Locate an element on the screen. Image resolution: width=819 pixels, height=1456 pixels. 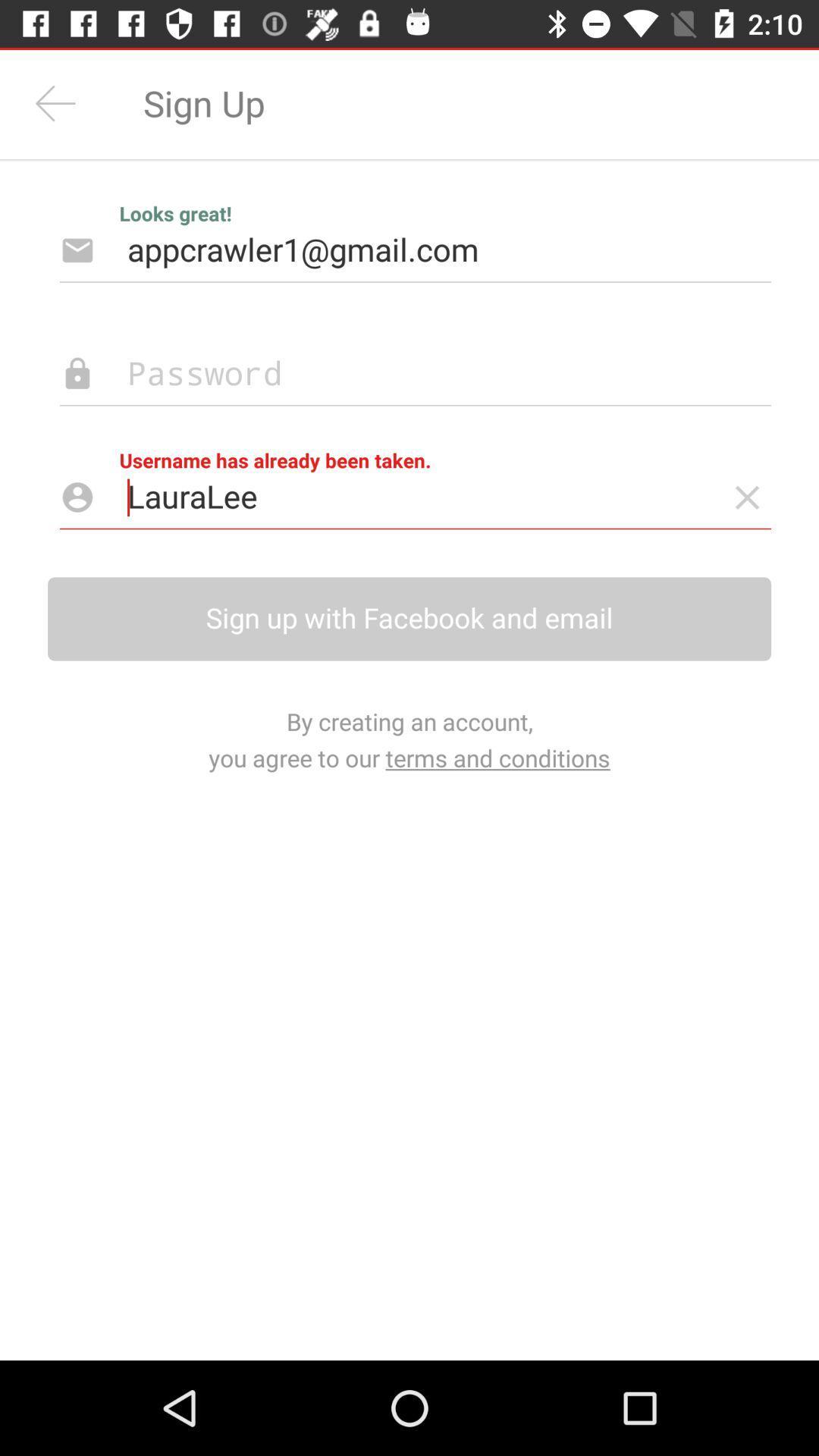
inder pega is located at coordinates (746, 497).